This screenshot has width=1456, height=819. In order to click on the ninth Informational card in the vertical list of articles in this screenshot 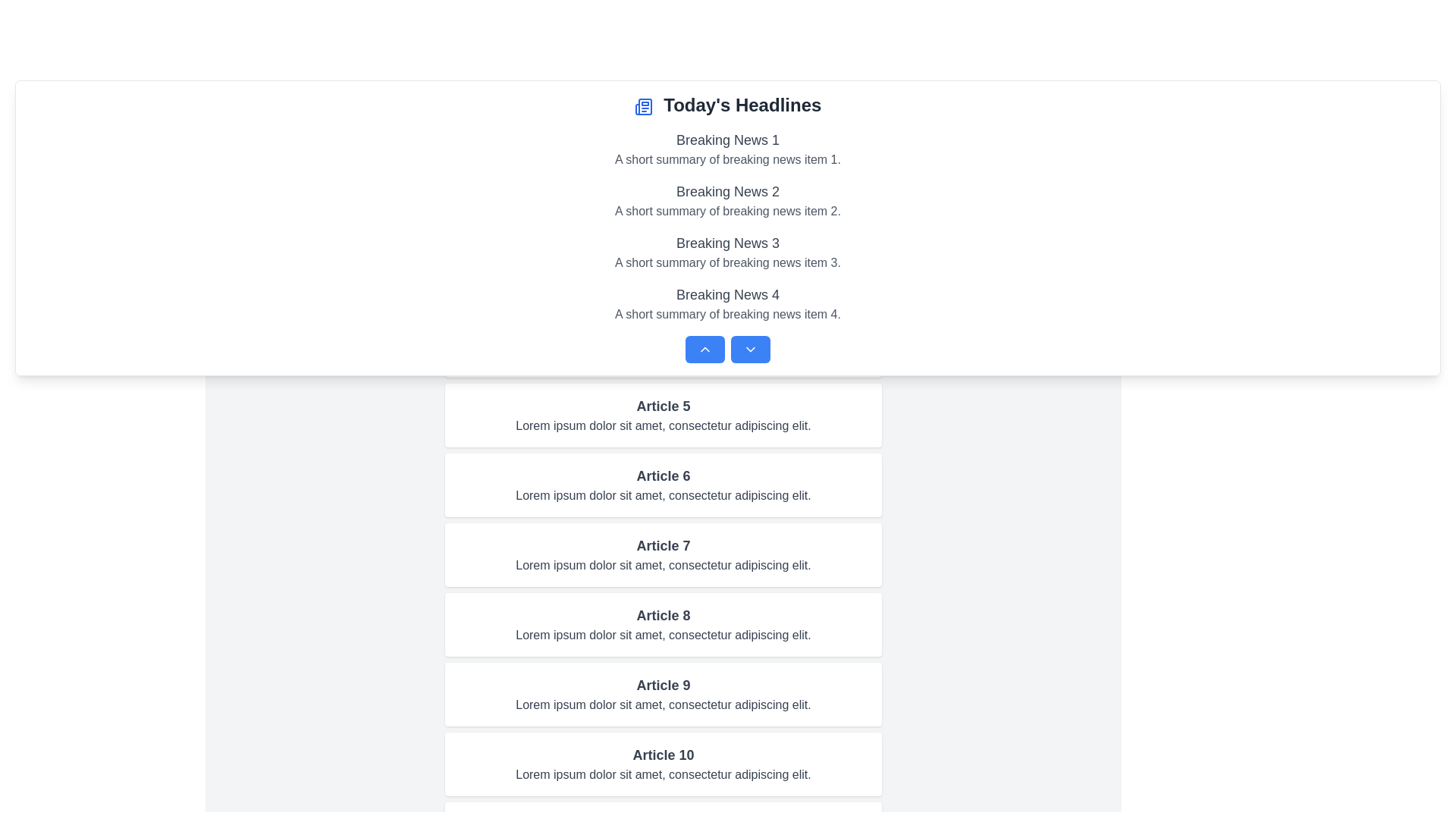, I will do `click(663, 694)`.